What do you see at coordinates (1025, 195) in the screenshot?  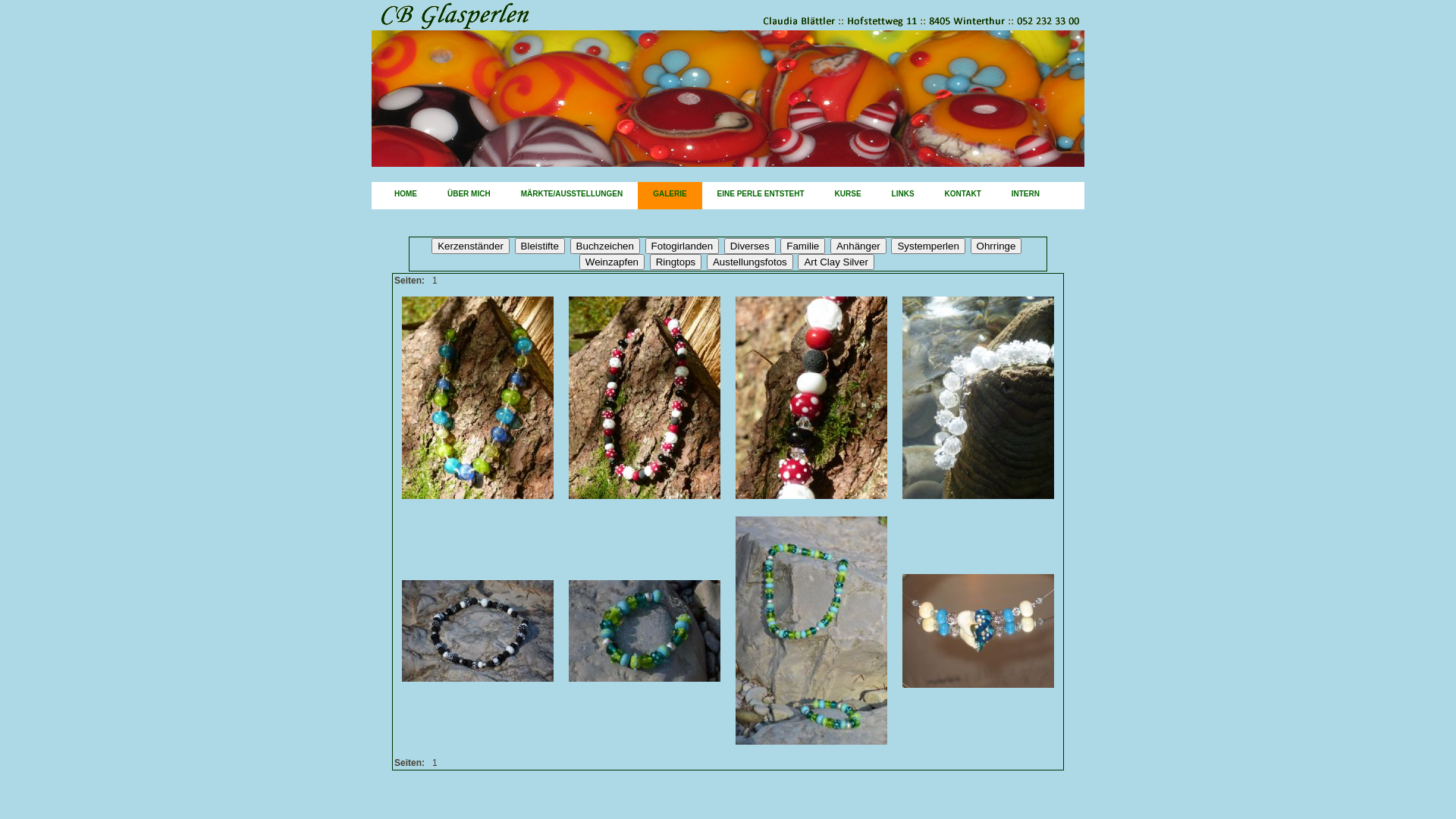 I see `'INTERN'` at bounding box center [1025, 195].